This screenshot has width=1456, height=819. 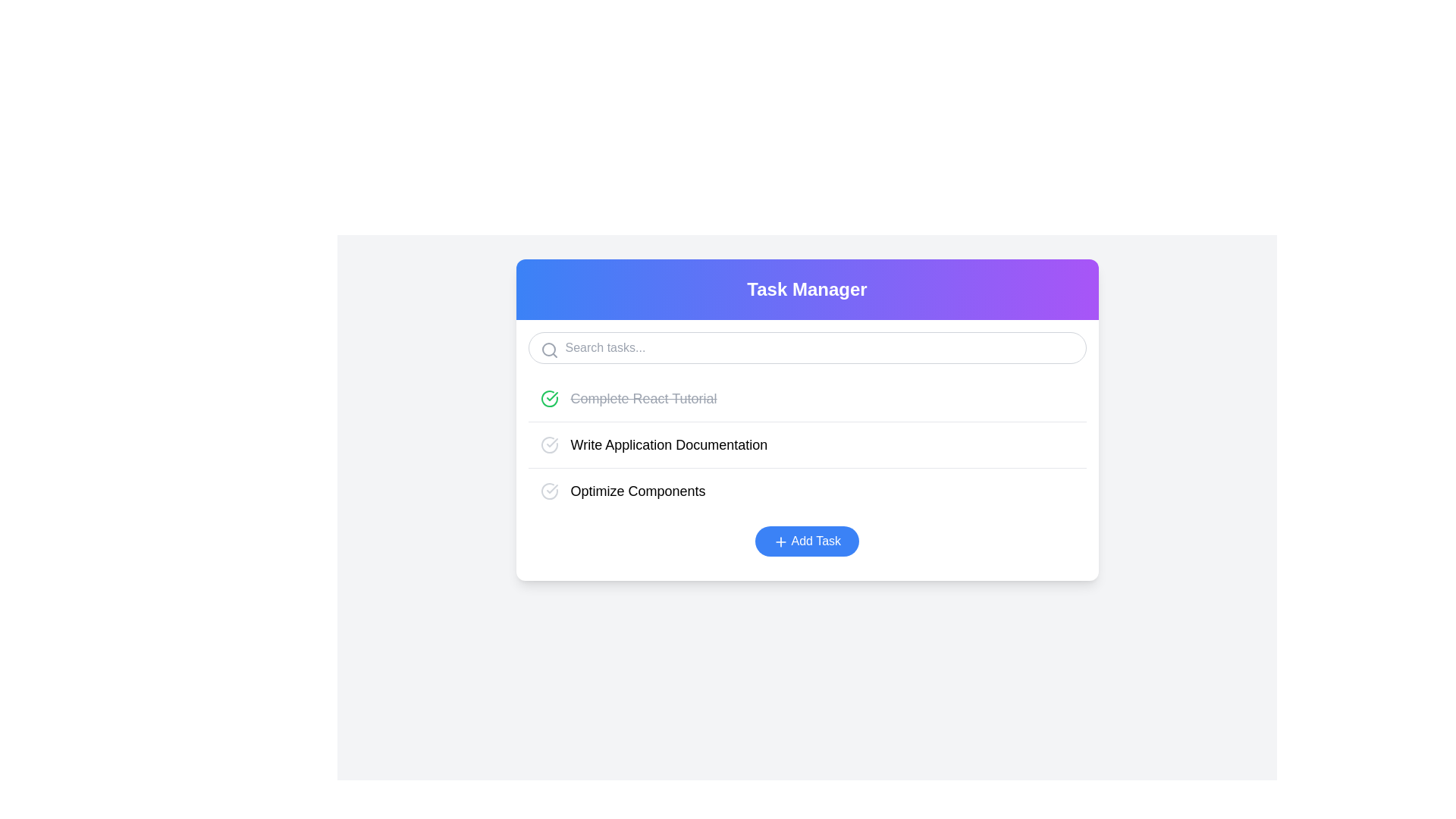 I want to click on the circular icon featuring a check mark, located to the left of the text 'Write Application Documentation', so click(x=548, y=444).